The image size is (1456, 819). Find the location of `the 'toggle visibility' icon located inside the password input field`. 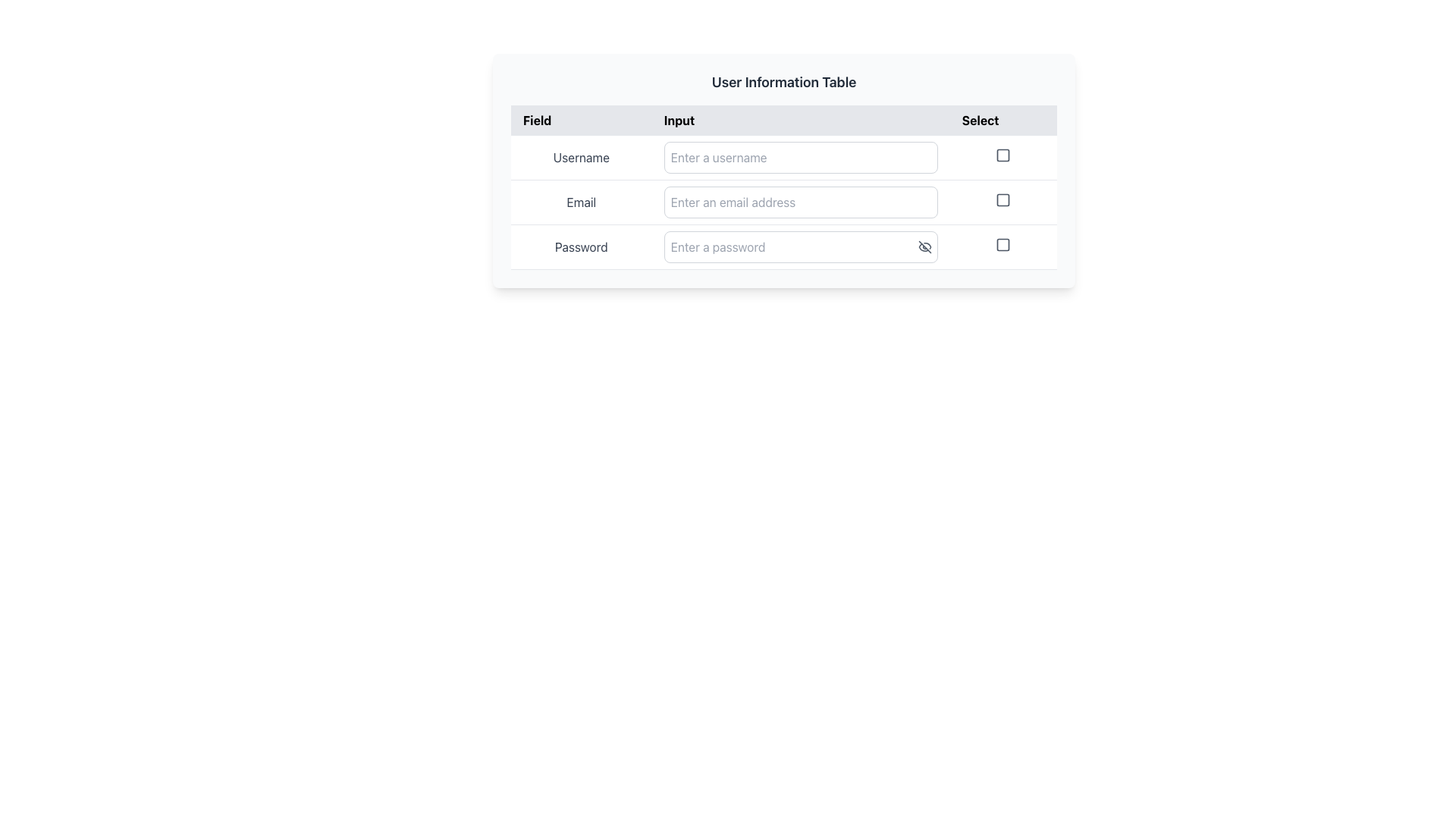

the 'toggle visibility' icon located inside the password input field is located at coordinates (924, 246).